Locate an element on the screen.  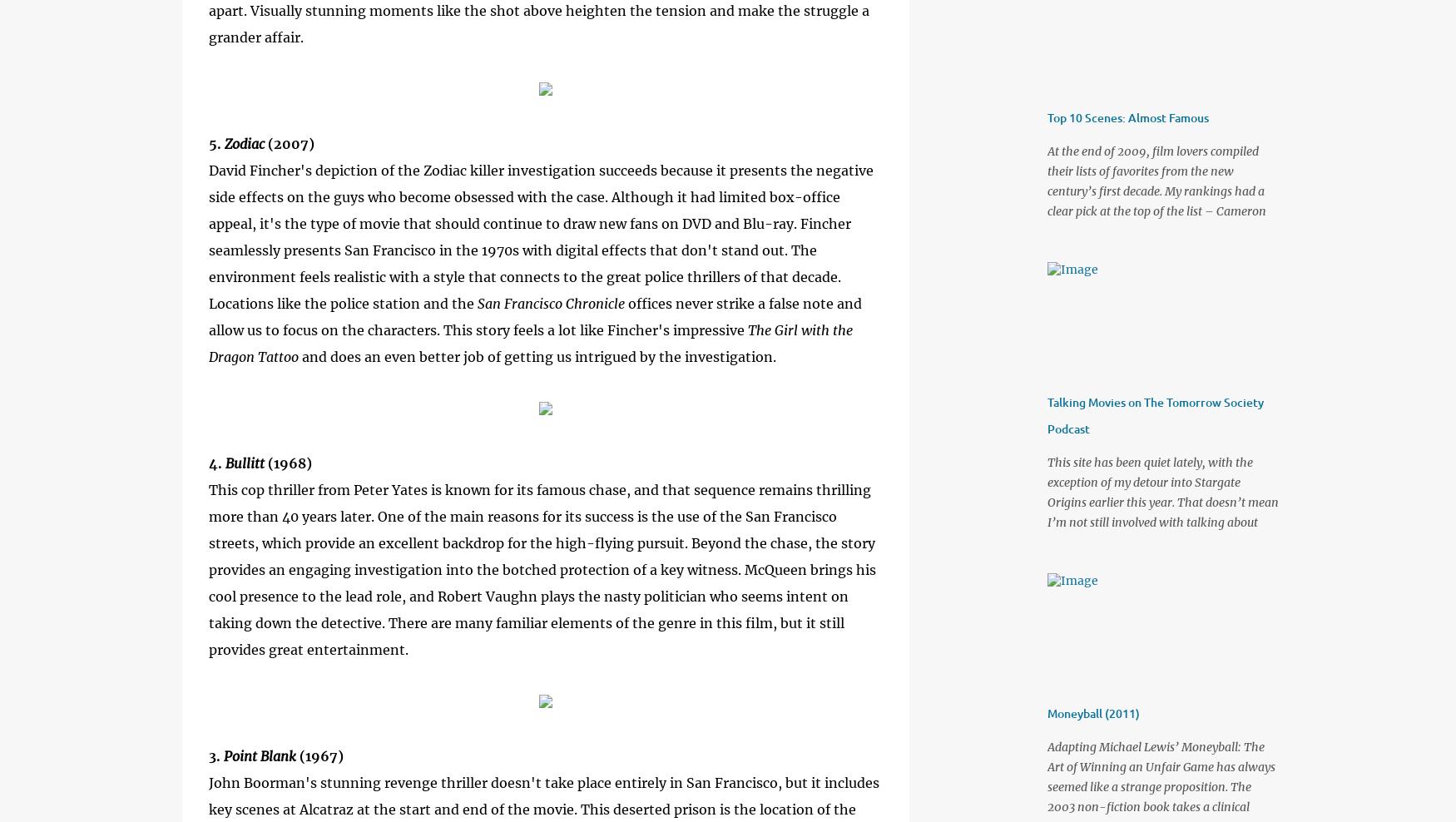
'(1968)' is located at coordinates (264, 463).